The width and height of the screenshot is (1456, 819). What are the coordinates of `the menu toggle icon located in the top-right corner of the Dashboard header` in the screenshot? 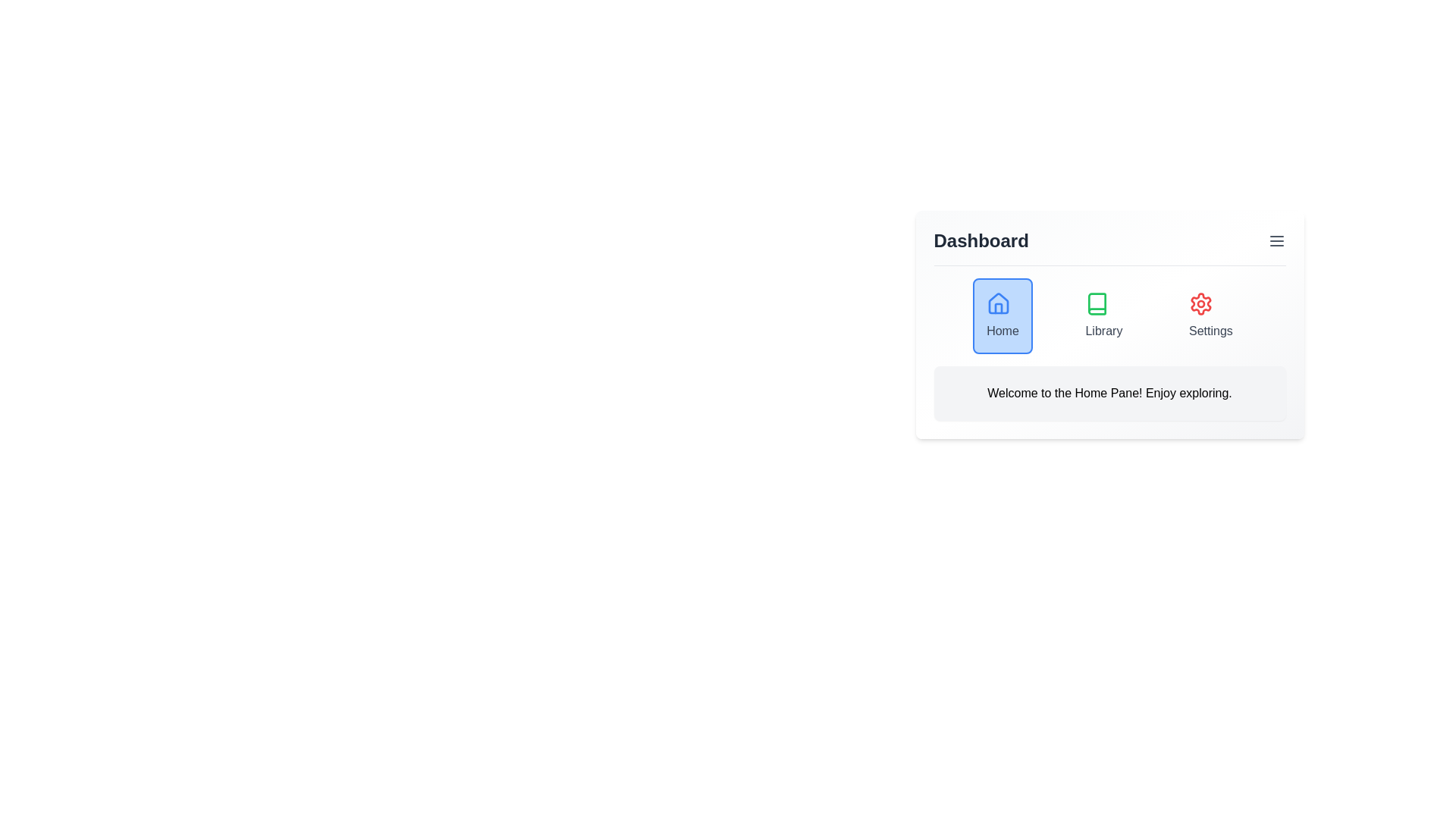 It's located at (1276, 240).